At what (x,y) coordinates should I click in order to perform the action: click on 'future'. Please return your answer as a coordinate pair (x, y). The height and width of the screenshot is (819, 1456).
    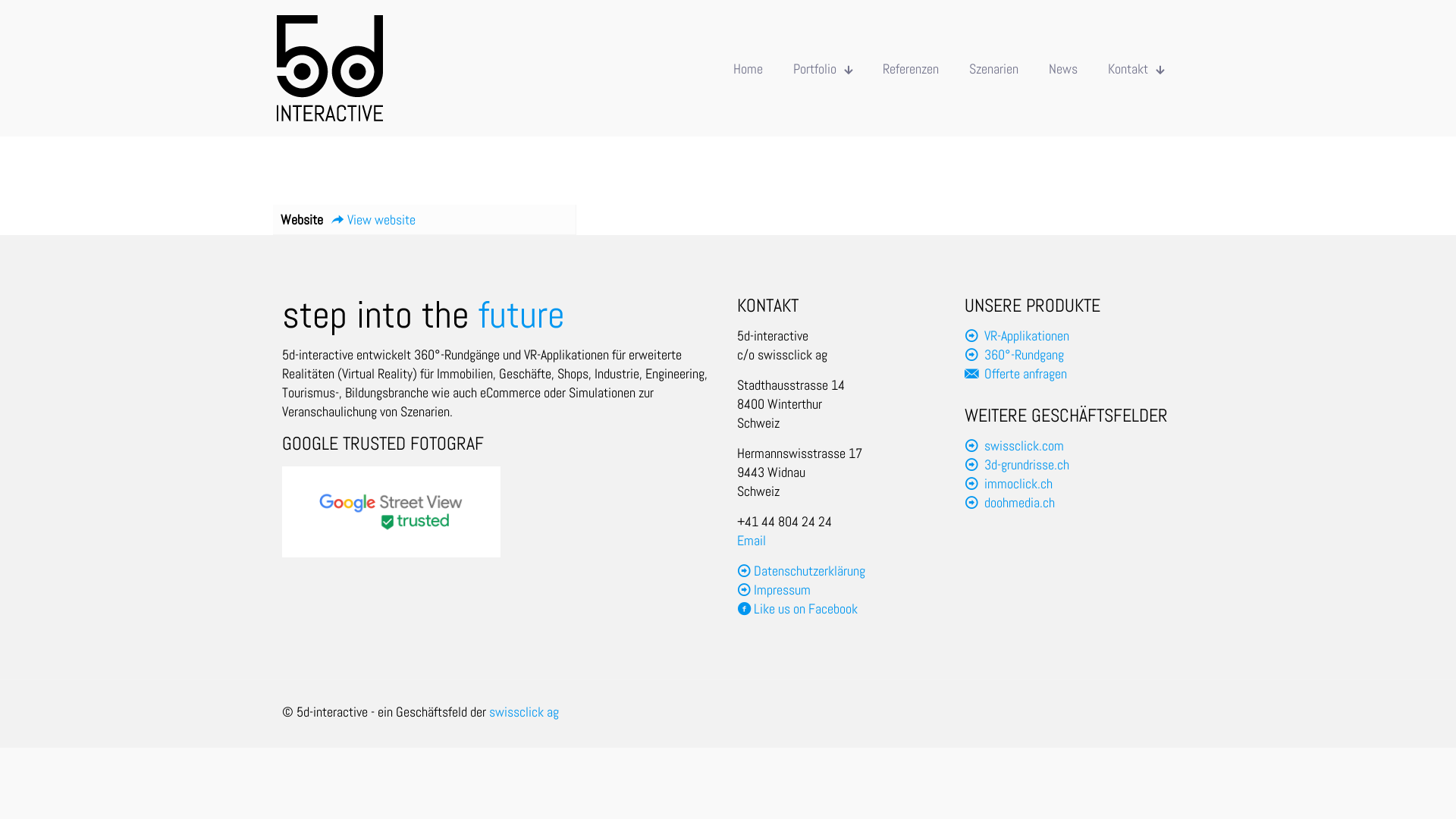
    Looking at the image, I should click on (521, 314).